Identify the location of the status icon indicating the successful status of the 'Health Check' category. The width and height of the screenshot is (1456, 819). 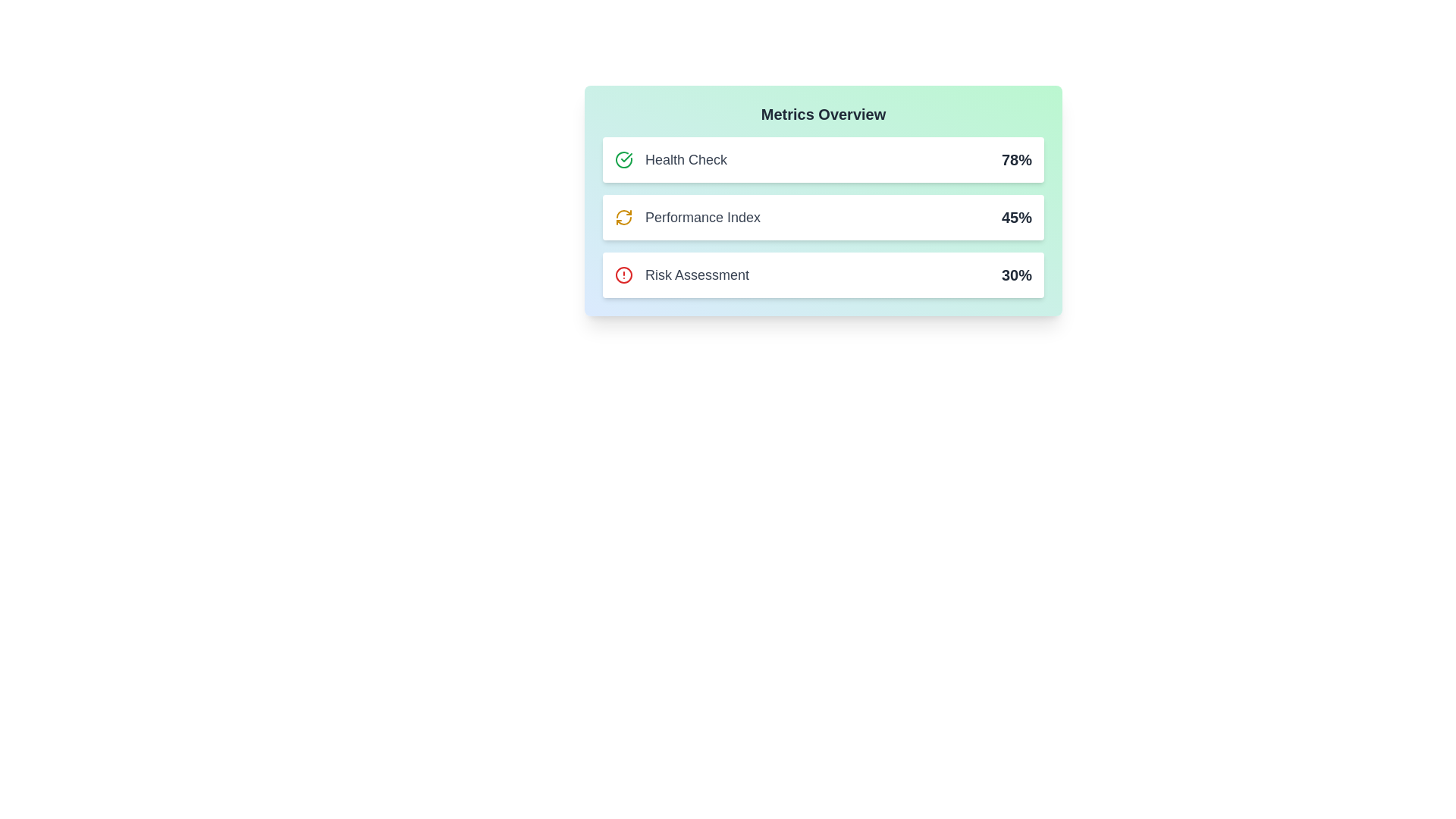
(623, 160).